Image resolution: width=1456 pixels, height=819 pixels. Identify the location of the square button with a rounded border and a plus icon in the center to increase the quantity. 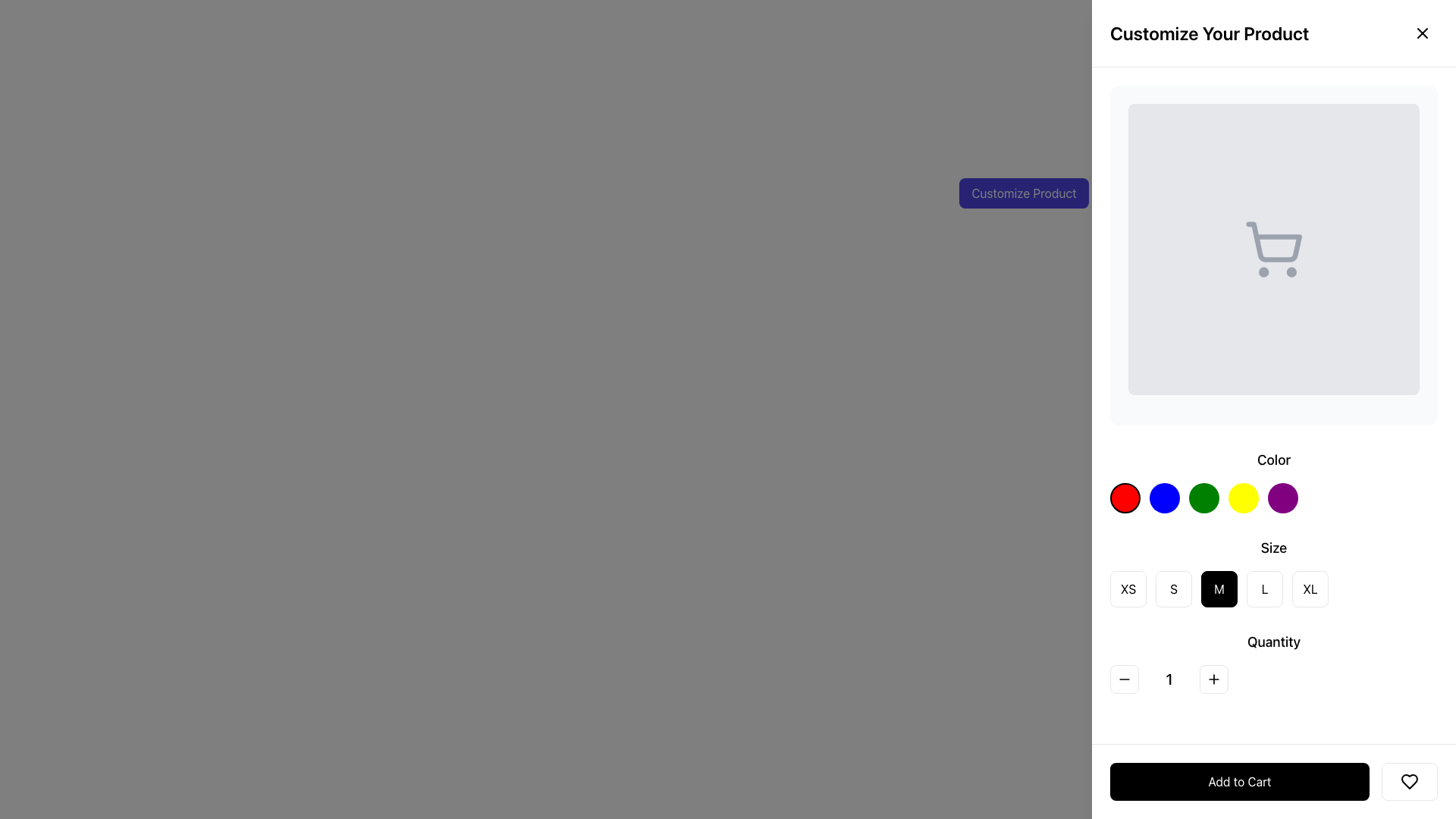
(1214, 678).